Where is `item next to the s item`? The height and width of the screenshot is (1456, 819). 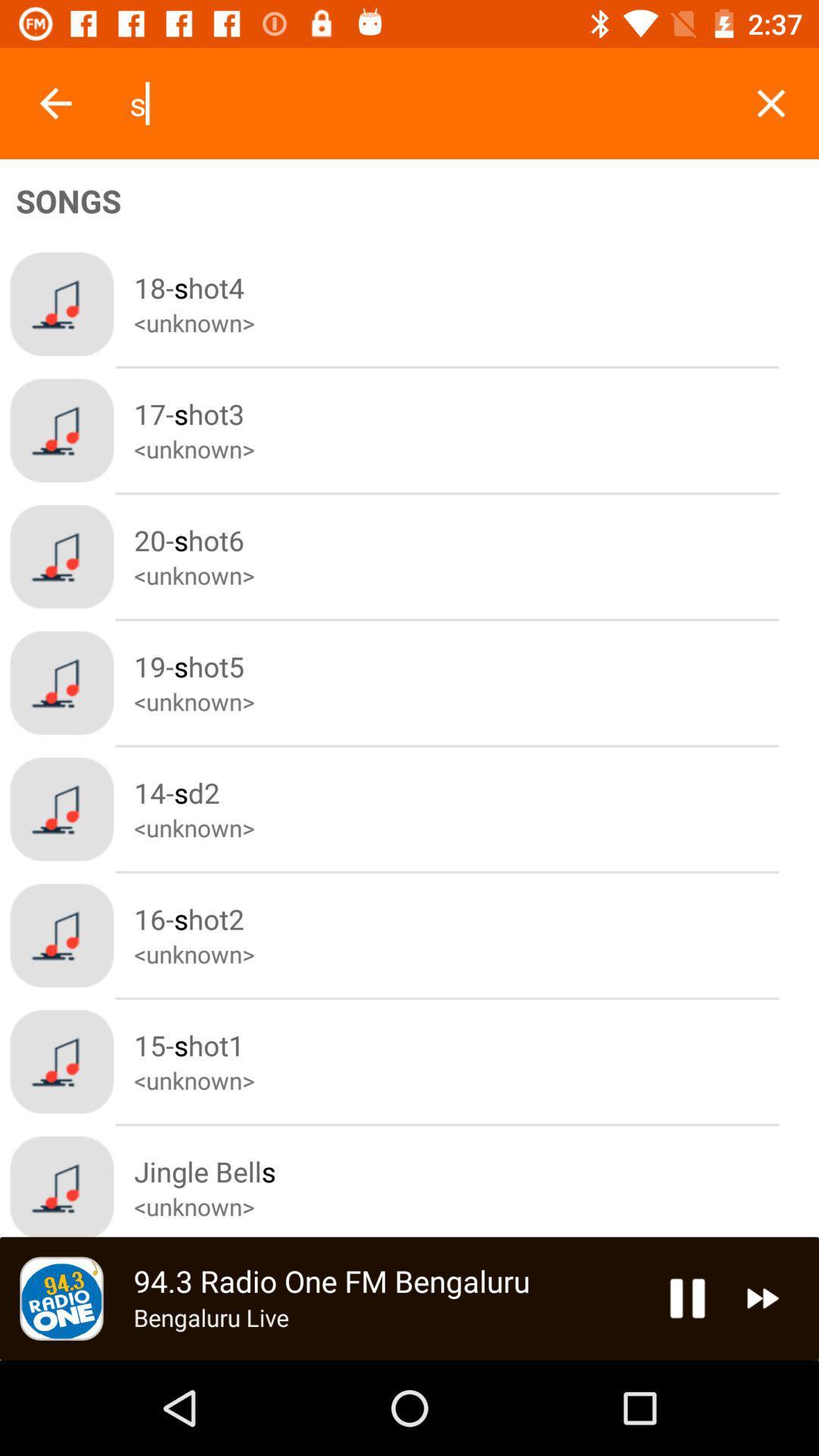
item next to the s item is located at coordinates (771, 102).